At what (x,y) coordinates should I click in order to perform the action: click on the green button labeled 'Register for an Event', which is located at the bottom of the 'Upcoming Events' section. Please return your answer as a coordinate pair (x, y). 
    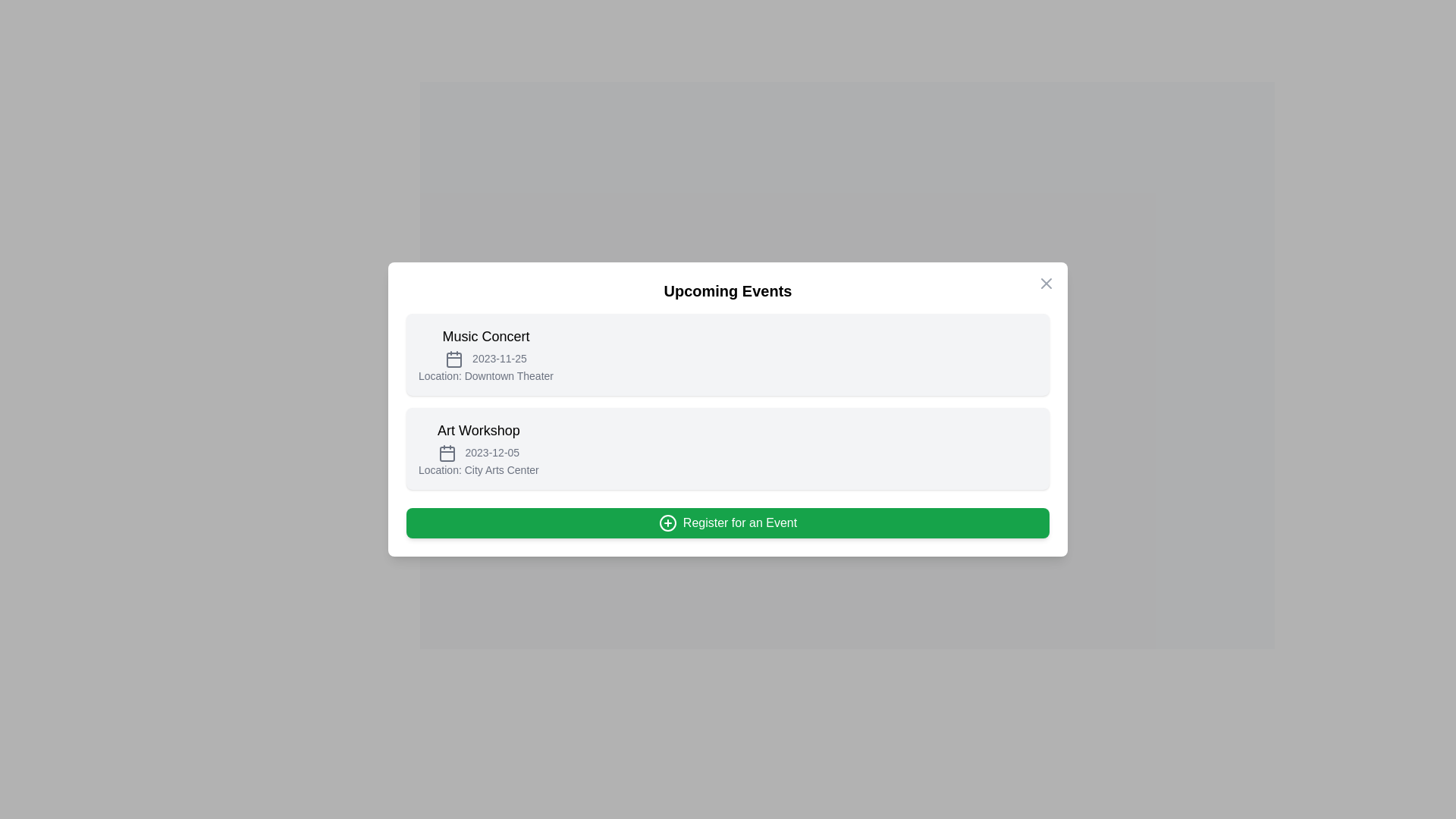
    Looking at the image, I should click on (728, 522).